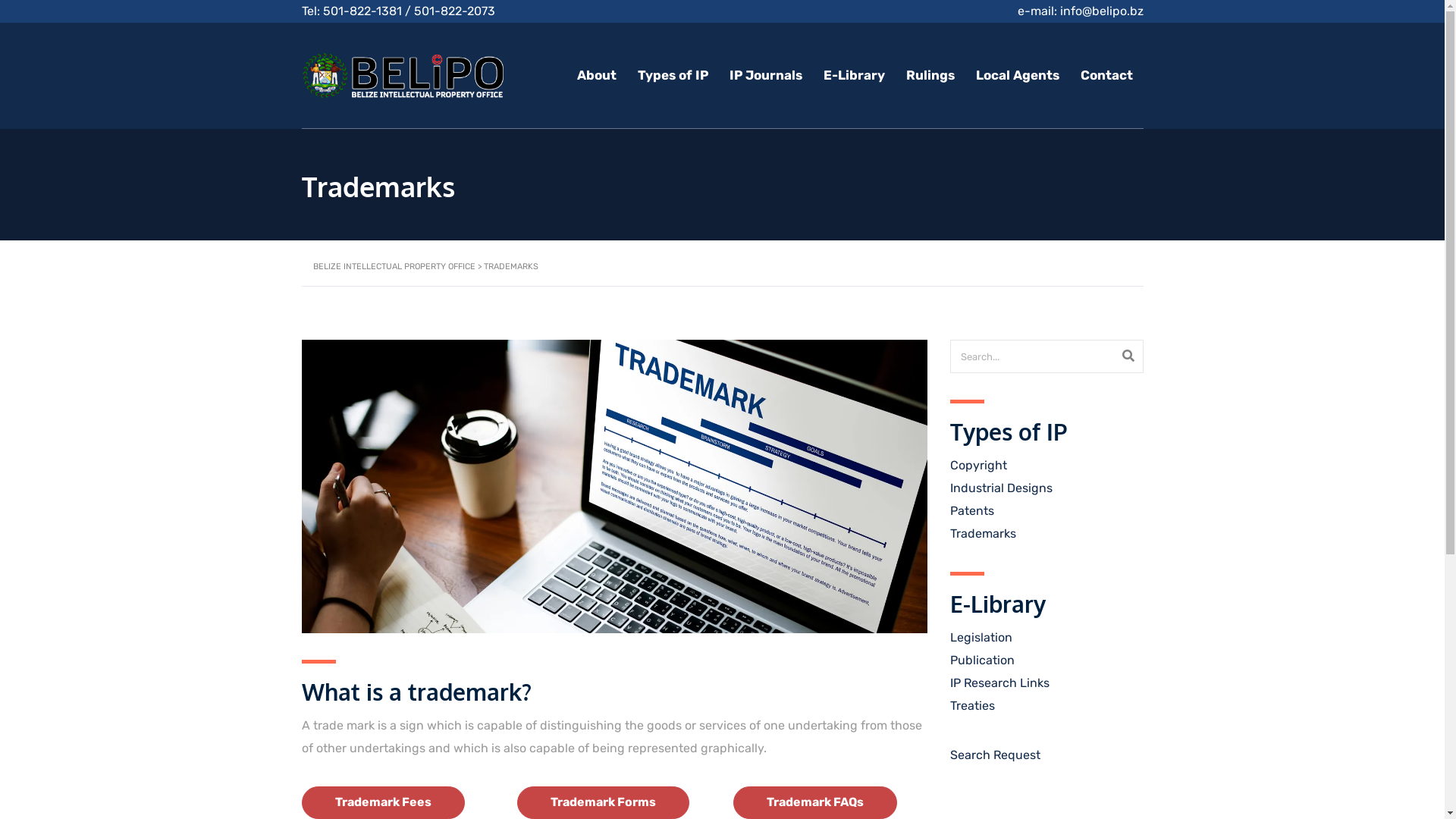  I want to click on 'Publication', so click(981, 659).